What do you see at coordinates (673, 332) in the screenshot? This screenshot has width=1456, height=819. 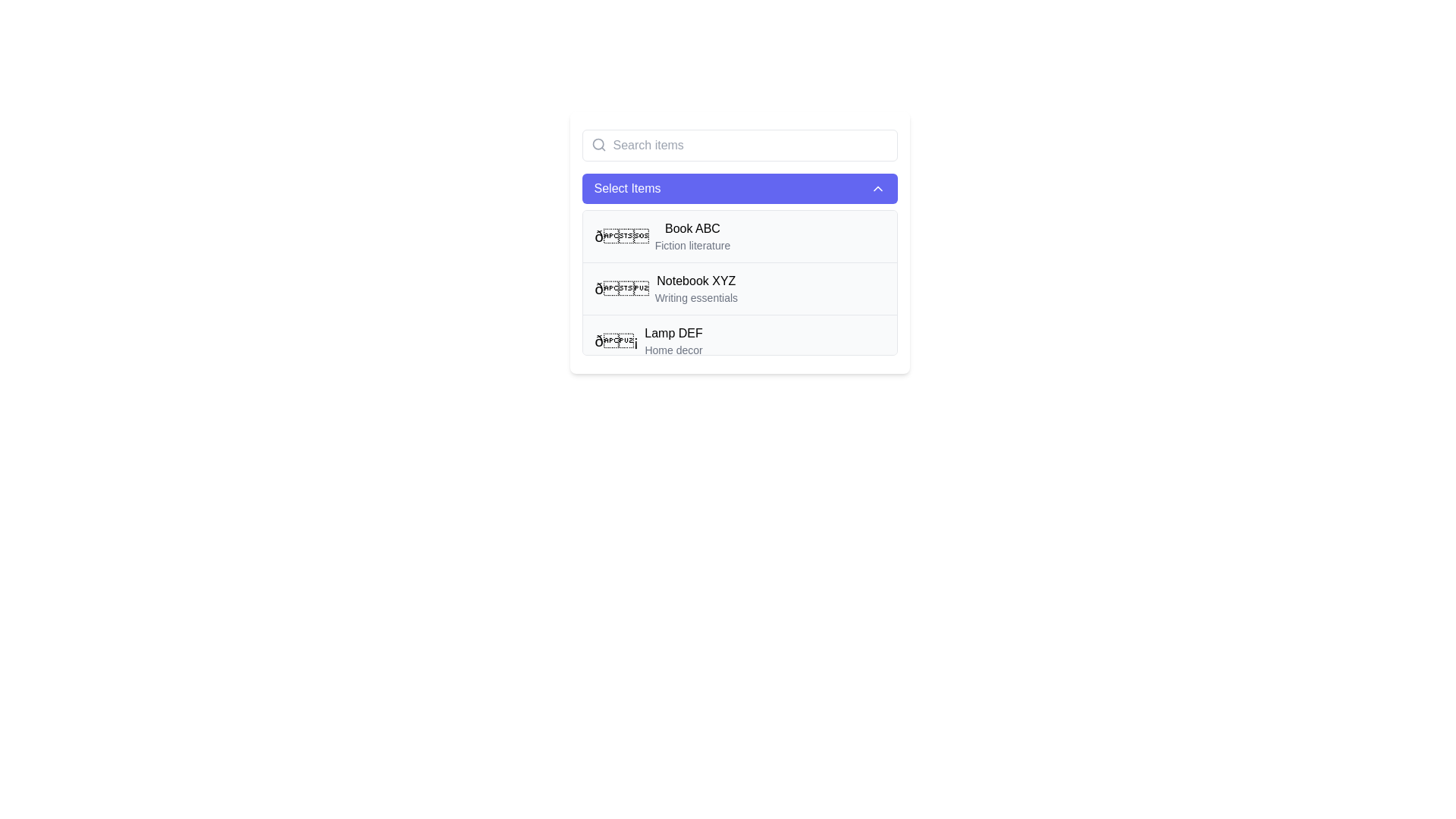 I see `the textual label in the dropdown menu that describes the associated item, located above 'Home decor' and below 'Notebook XYZ'` at bounding box center [673, 332].